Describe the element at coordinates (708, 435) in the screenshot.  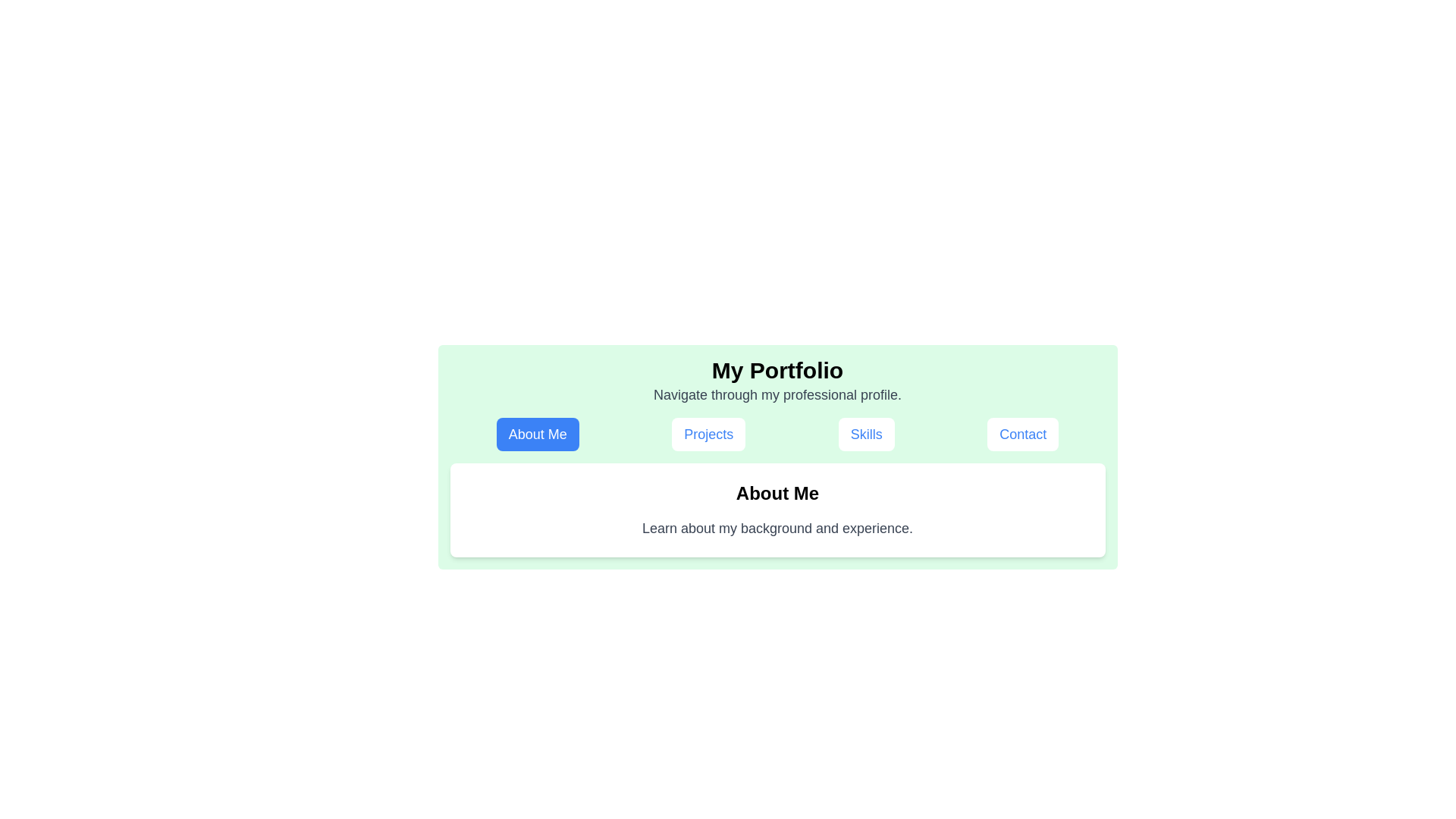
I see `the tab labeled Projects to observe its hover effect` at that location.